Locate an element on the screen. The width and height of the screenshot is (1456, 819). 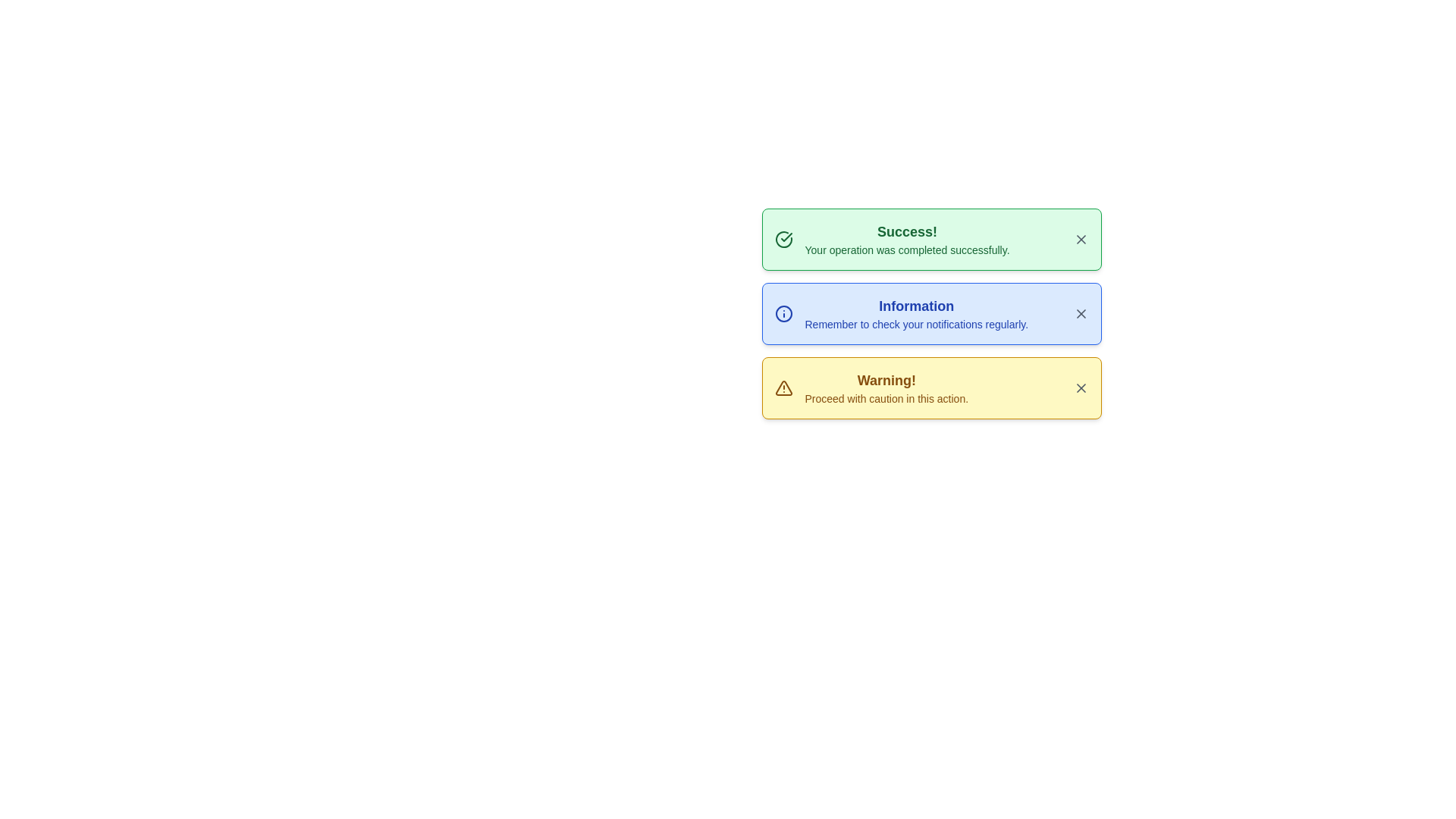
the small, circular dismiss button represented by a gray 'x' icon located adjacent to the 'Success!' text is located at coordinates (1080, 239).